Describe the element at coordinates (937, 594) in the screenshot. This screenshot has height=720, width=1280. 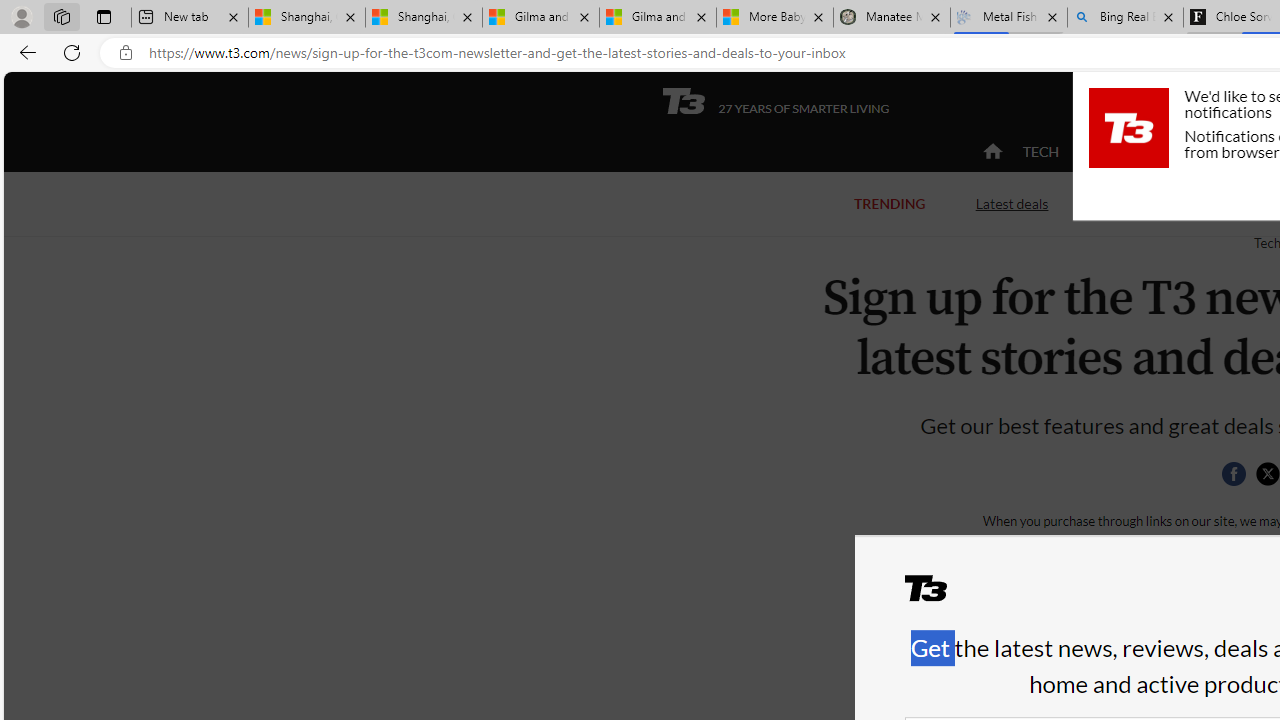
I see `'T3'` at that location.